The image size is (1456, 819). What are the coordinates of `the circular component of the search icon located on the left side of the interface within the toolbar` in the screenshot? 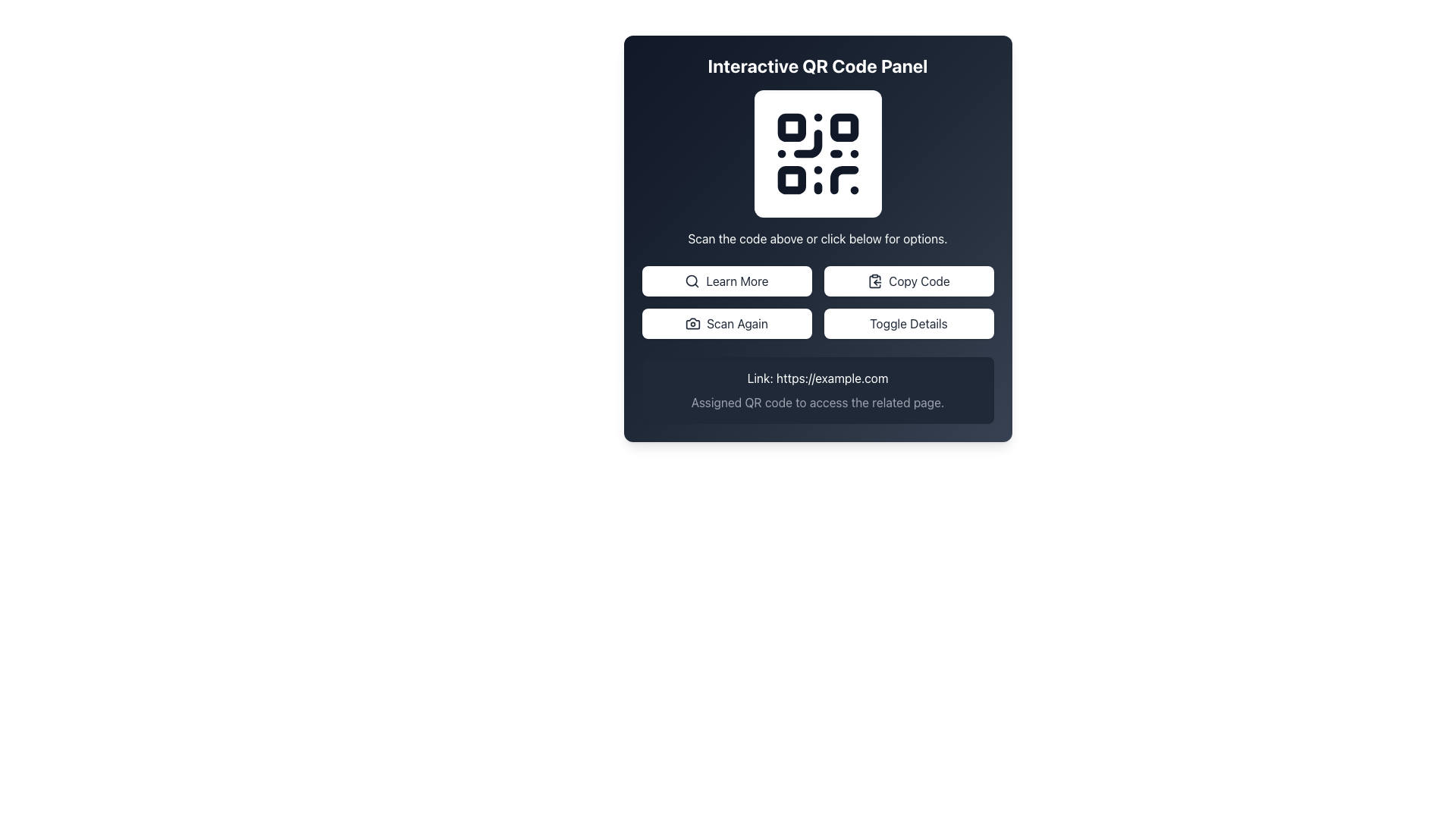 It's located at (691, 281).